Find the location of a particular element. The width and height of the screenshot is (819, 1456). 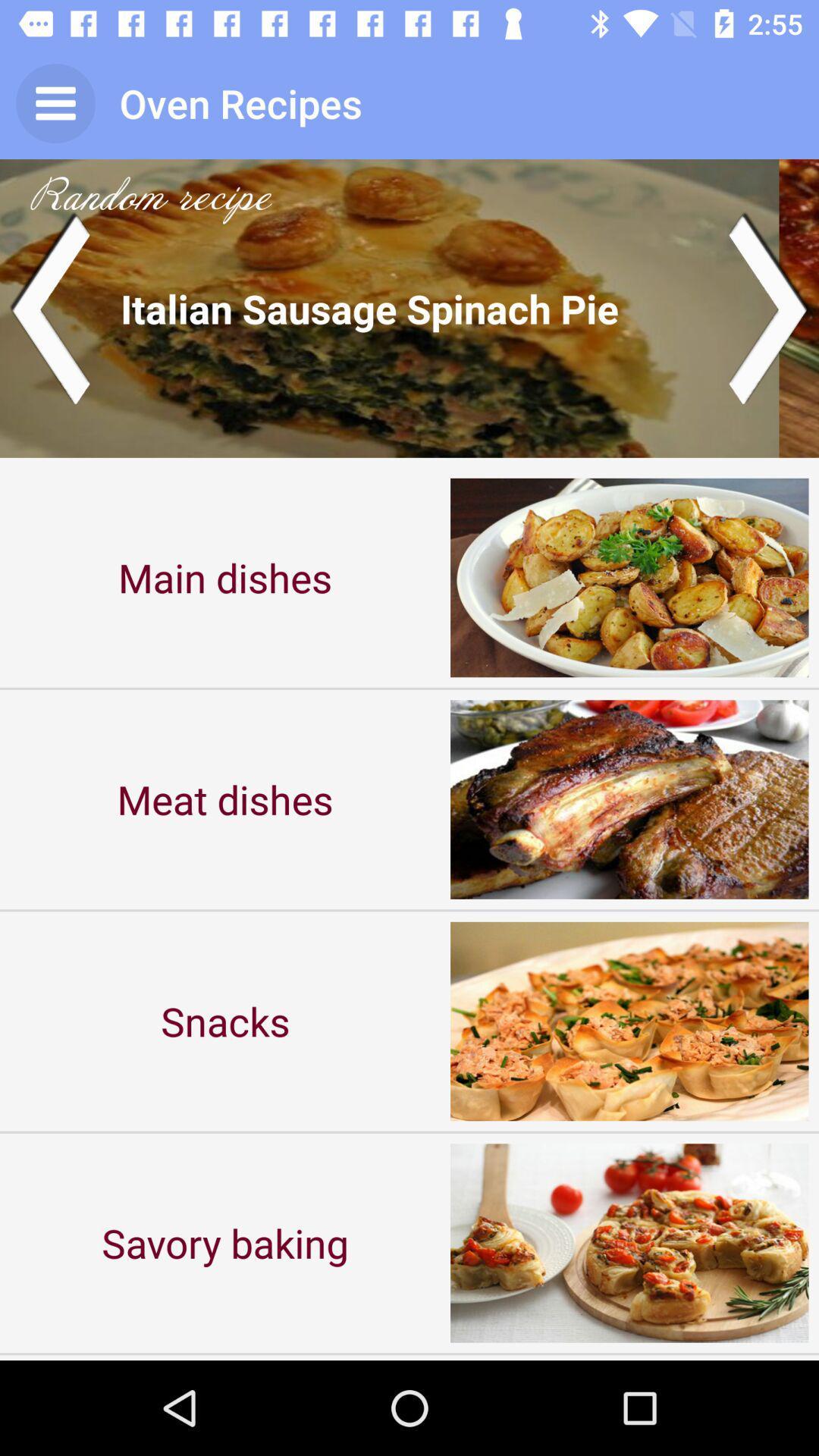

dishes is located at coordinates (409, 307).